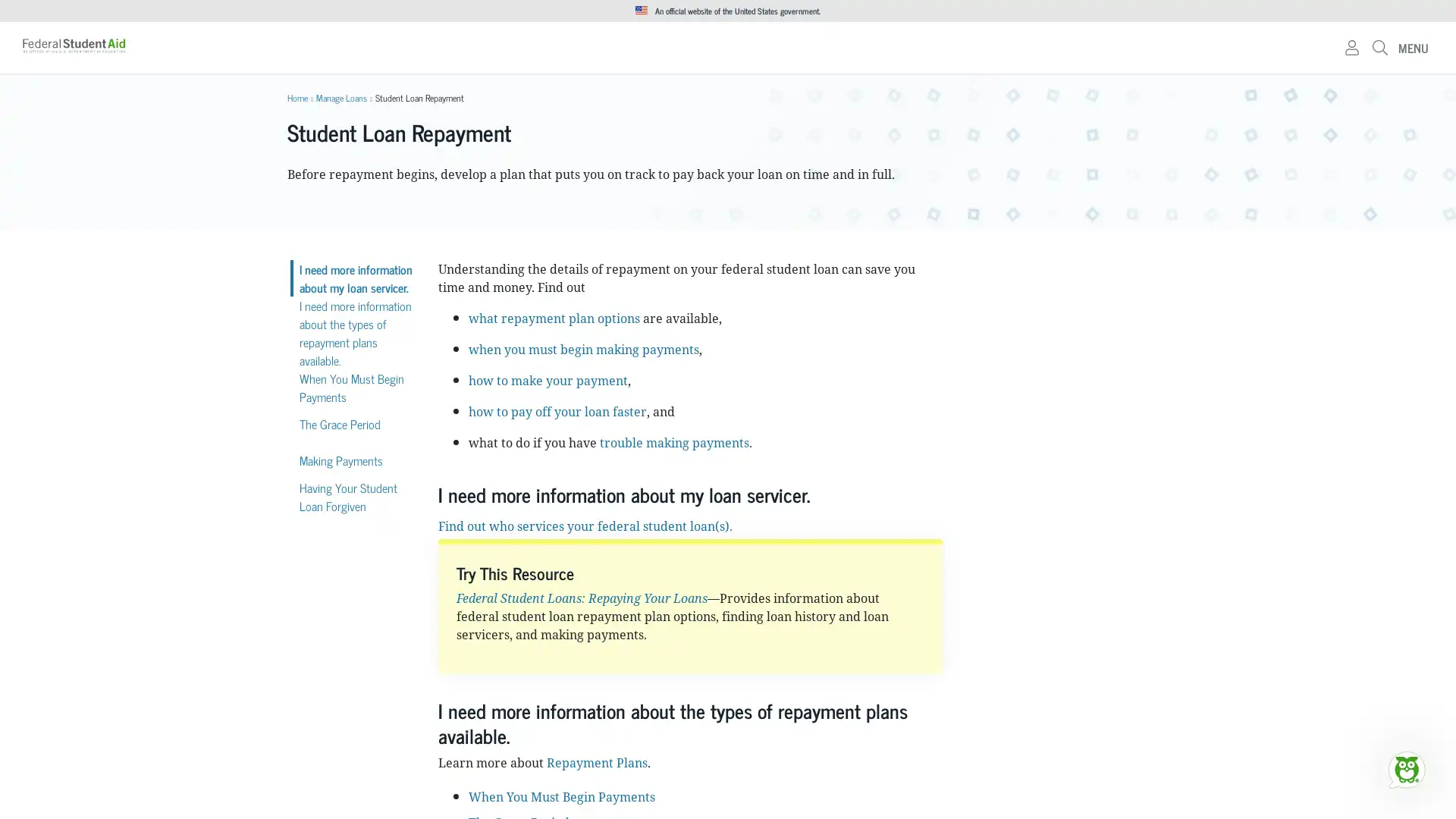  I want to click on Espanol, so click(1153, 11).